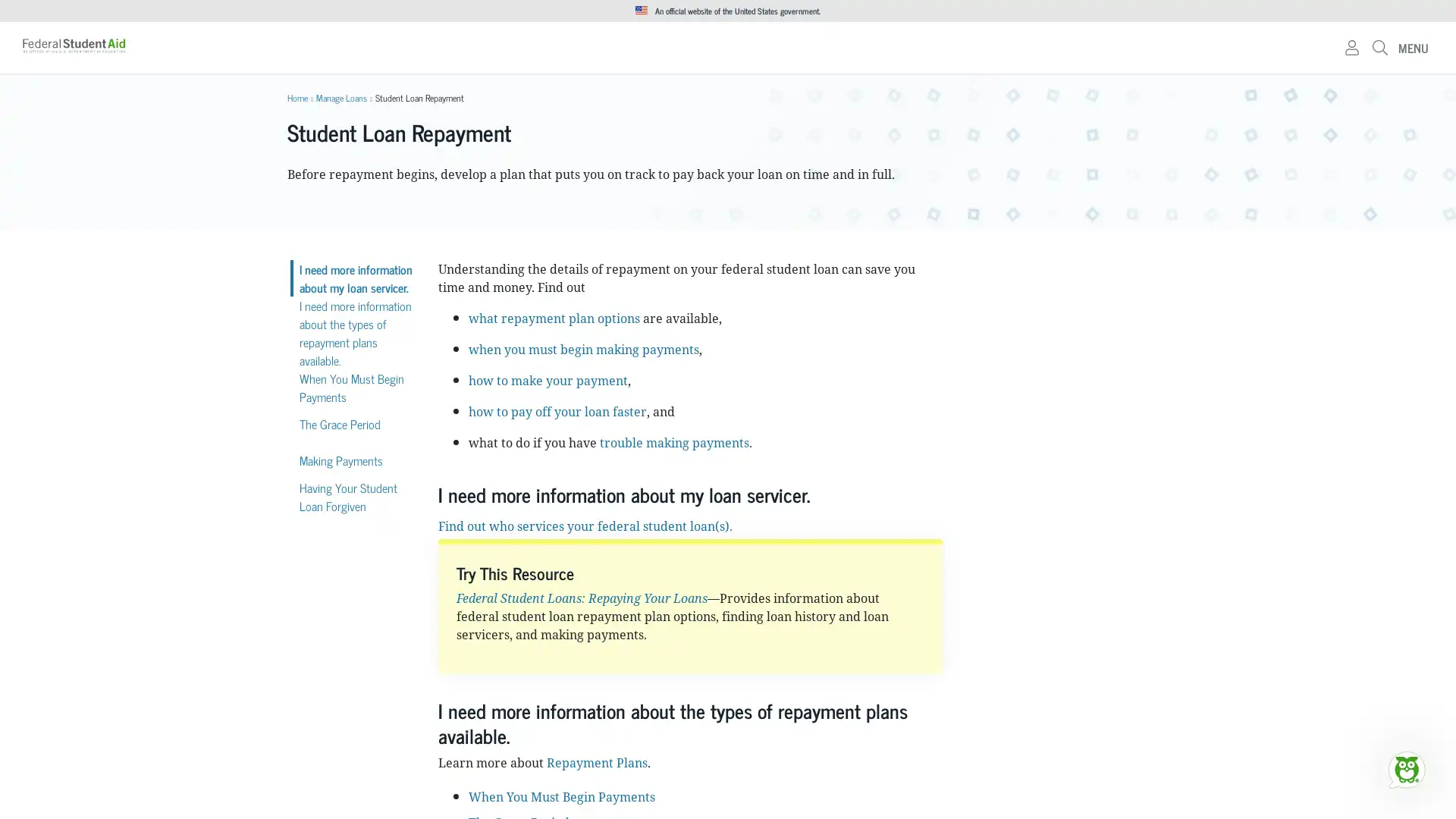  I want to click on Espanol, so click(1153, 11).